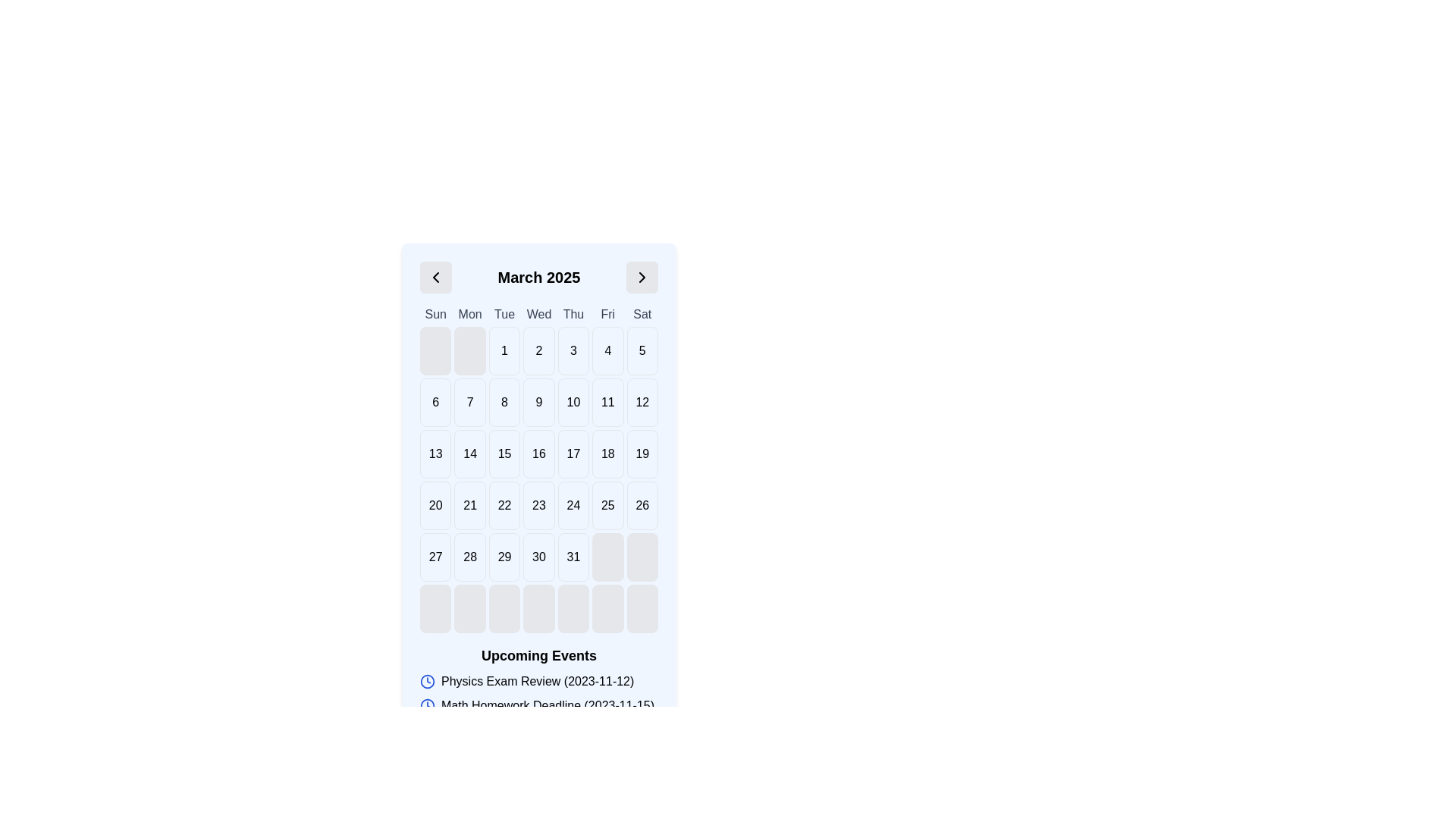  Describe the element at coordinates (642, 314) in the screenshot. I see `the text label representing Saturdays in the calendar grid, which is the last item in the row of seven labels` at that location.